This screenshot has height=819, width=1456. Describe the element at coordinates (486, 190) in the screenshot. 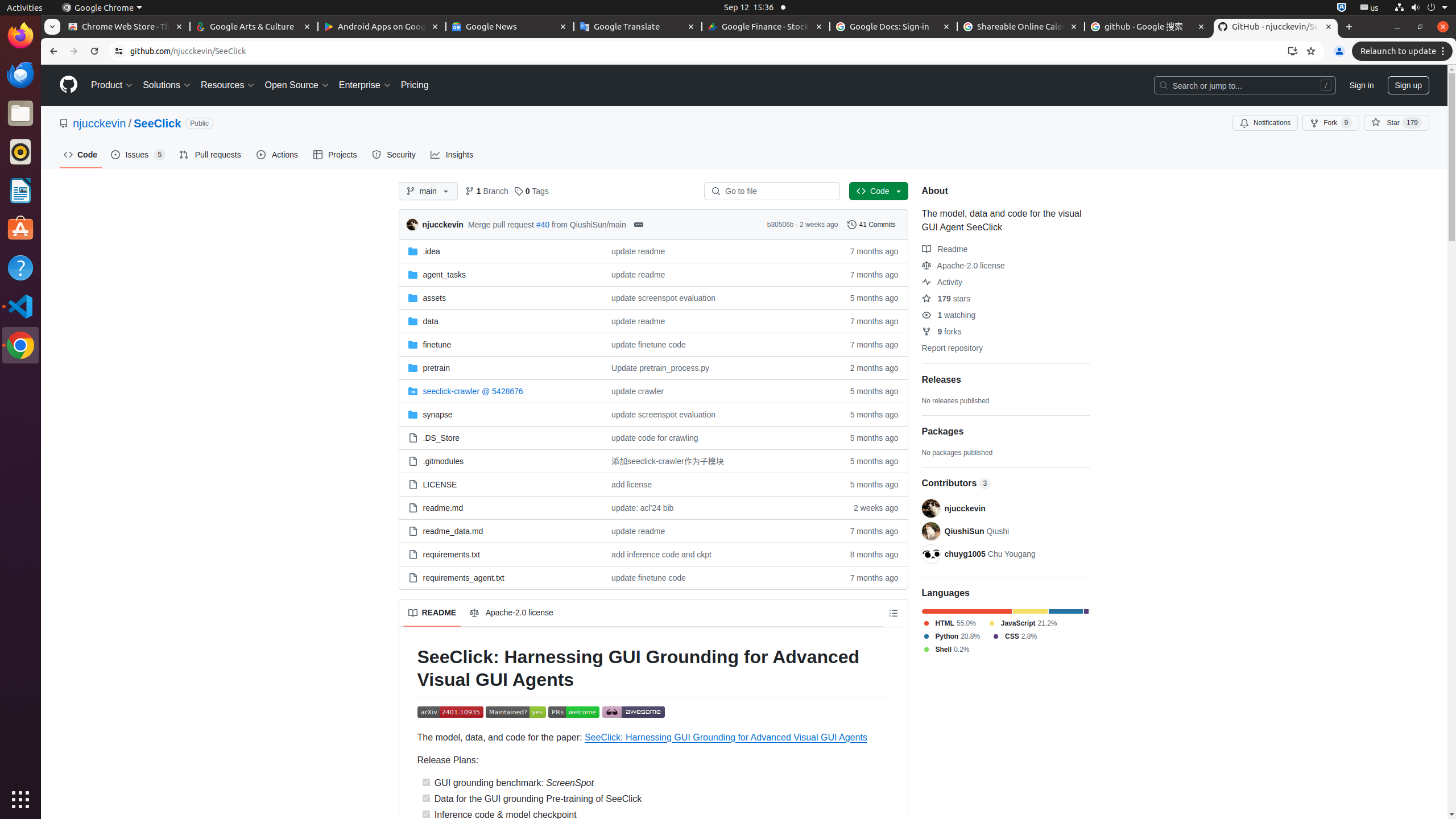

I see `'1 Branch'` at that location.